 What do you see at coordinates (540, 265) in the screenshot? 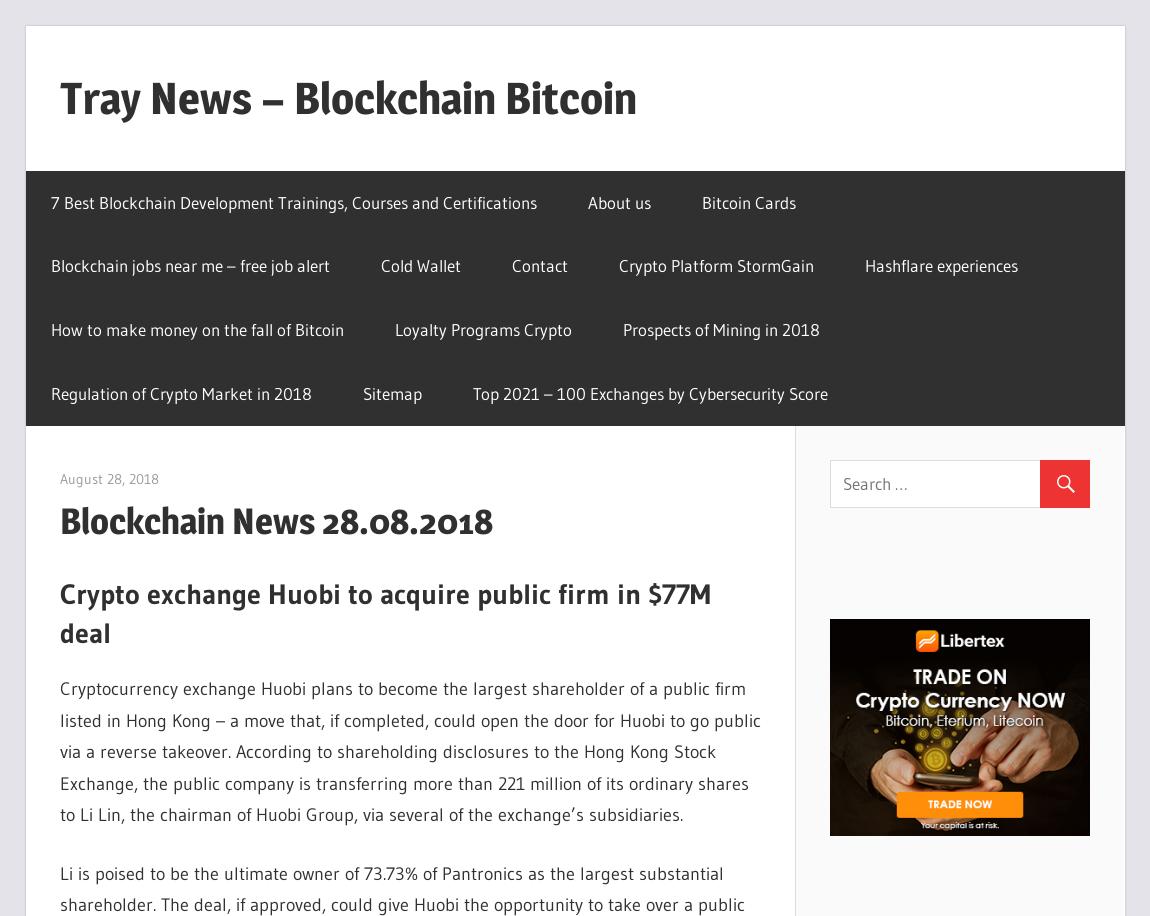
I see `'Contact'` at bounding box center [540, 265].